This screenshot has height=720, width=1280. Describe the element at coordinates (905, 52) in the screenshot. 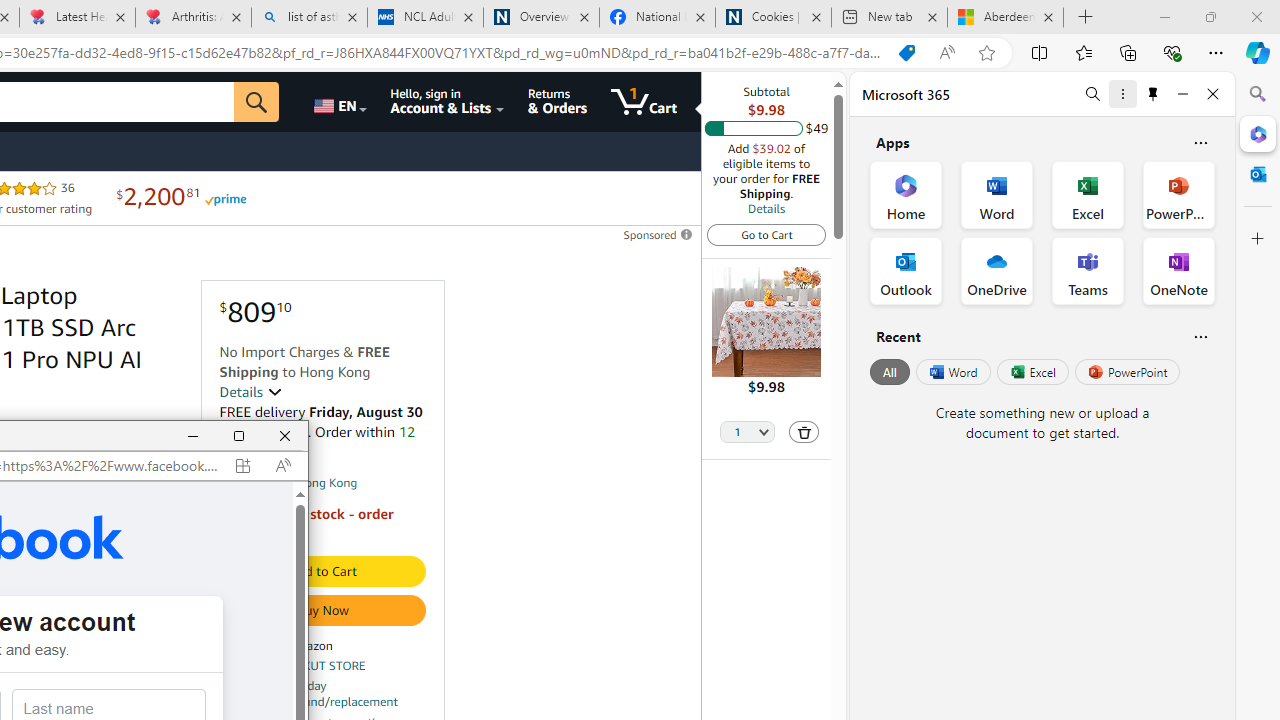

I see `'You have the best price!'` at that location.